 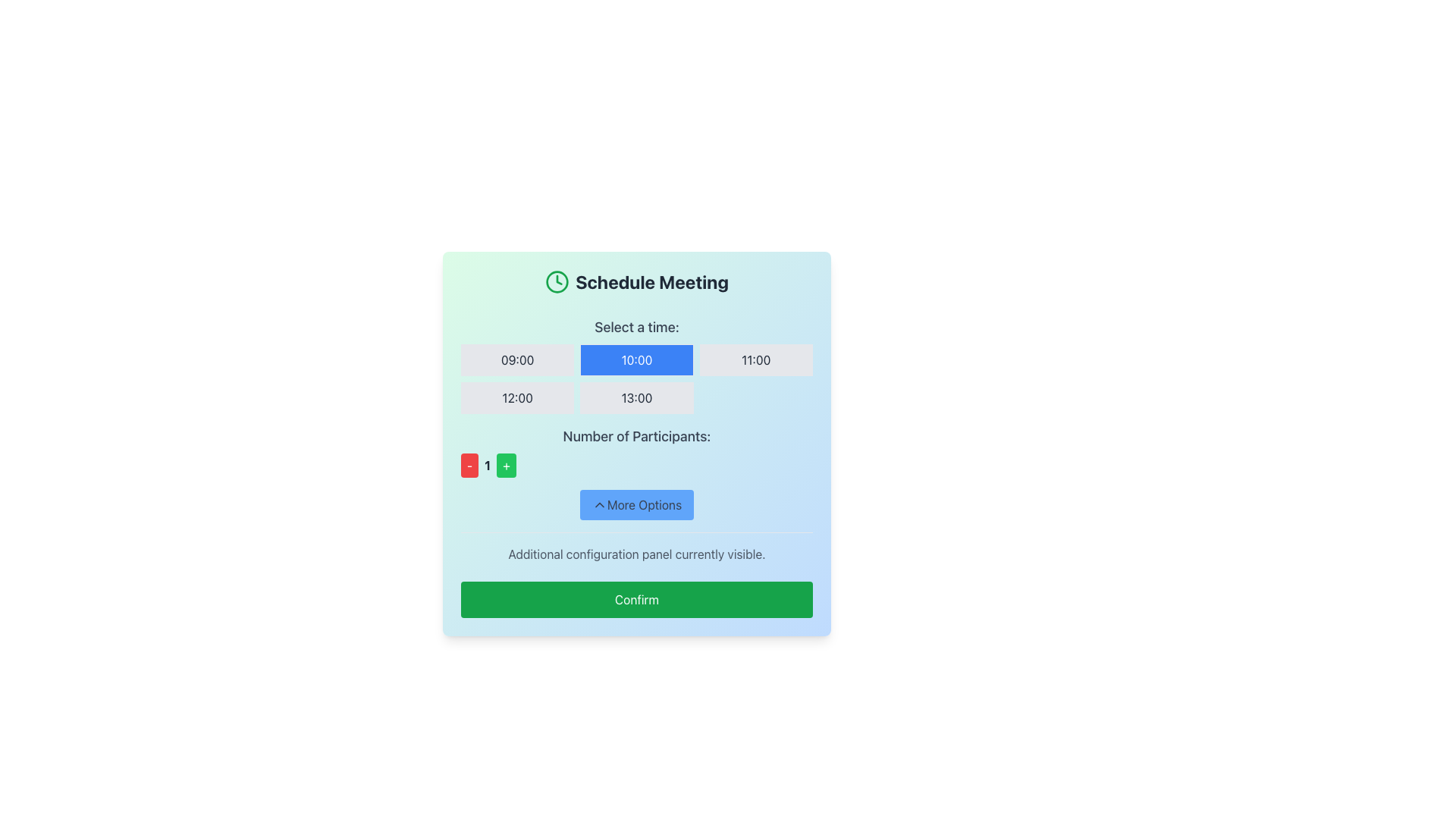 I want to click on the 'Schedule Meeting' static text label with the green clock icon, which is the main header at the top of the card layout, so click(x=637, y=281).